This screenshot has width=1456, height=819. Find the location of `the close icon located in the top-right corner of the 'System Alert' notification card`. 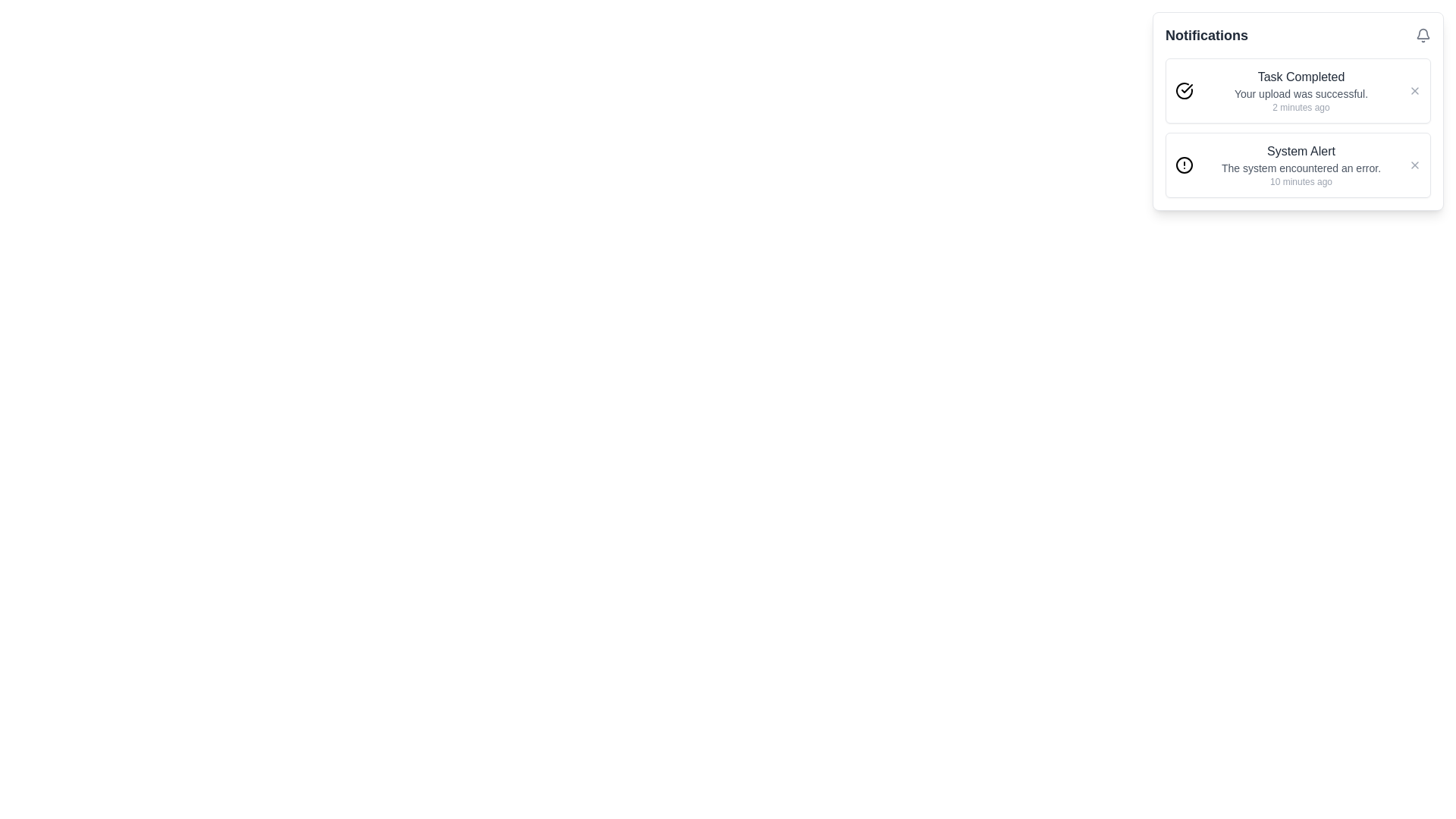

the close icon located in the top-right corner of the 'System Alert' notification card is located at coordinates (1414, 165).